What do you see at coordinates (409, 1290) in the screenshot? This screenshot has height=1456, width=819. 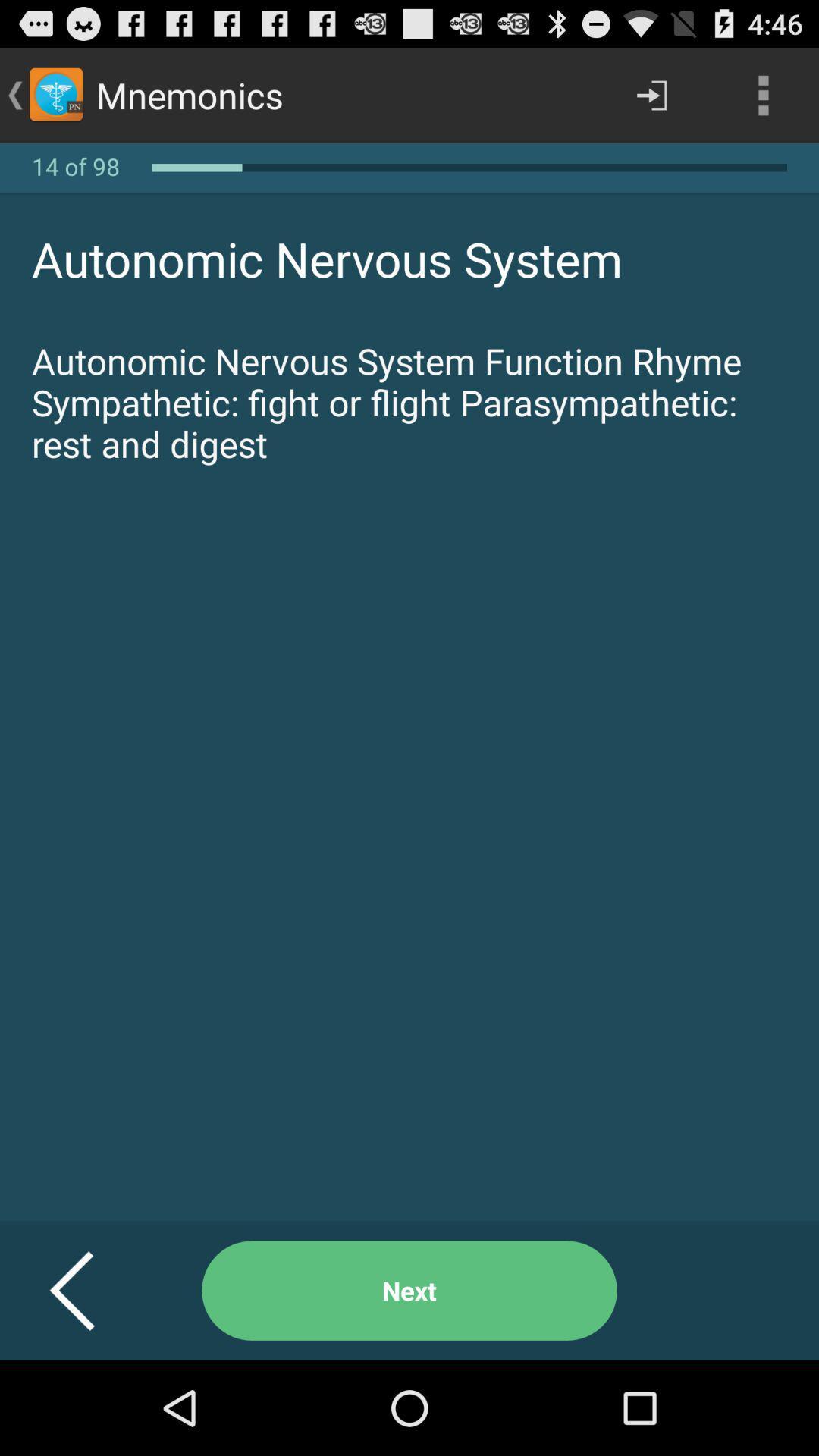 I see `item below the autonomic nervous system` at bounding box center [409, 1290].